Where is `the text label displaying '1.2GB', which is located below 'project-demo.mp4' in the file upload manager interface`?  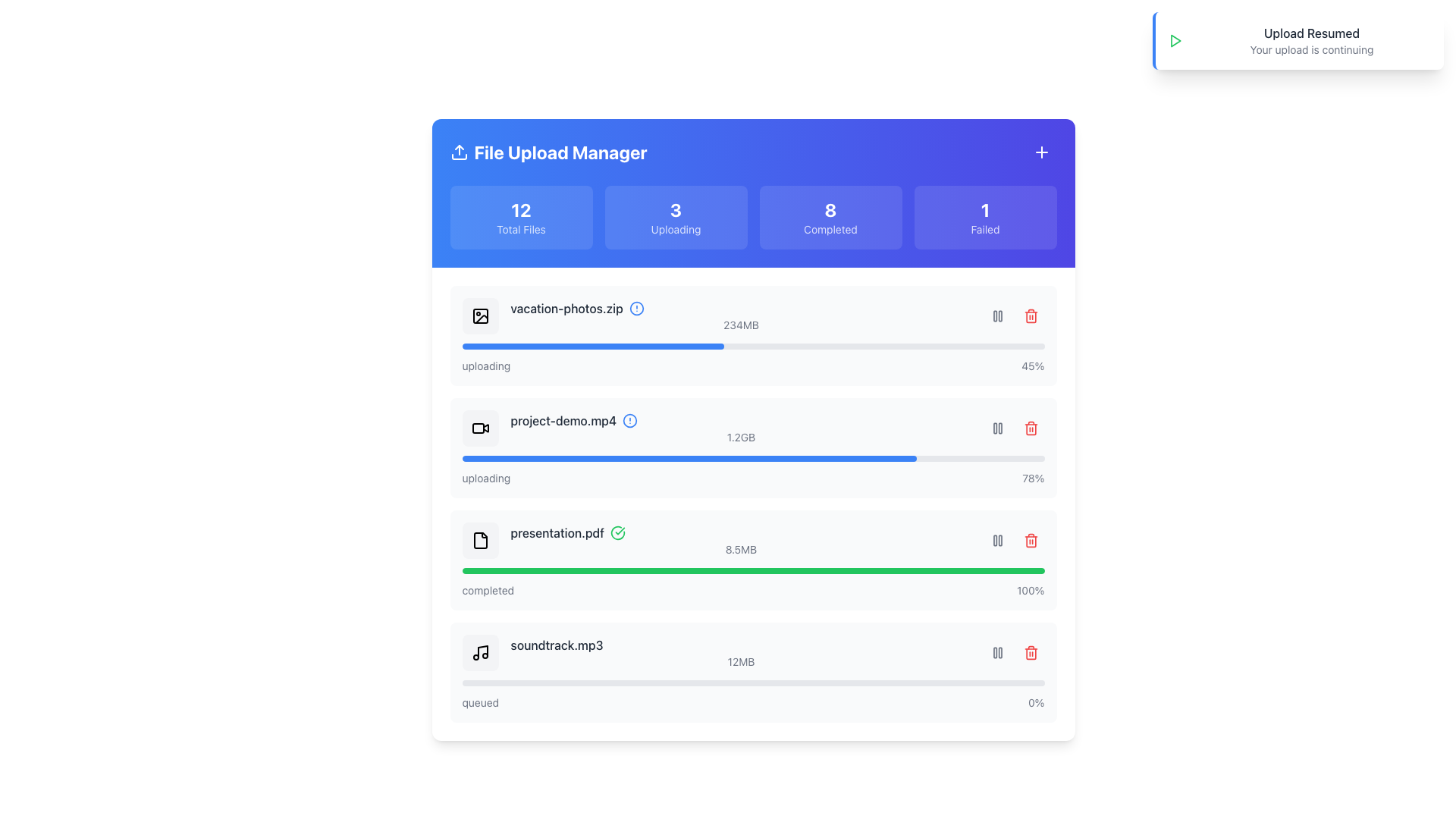 the text label displaying '1.2GB', which is located below 'project-demo.mp4' in the file upload manager interface is located at coordinates (741, 438).